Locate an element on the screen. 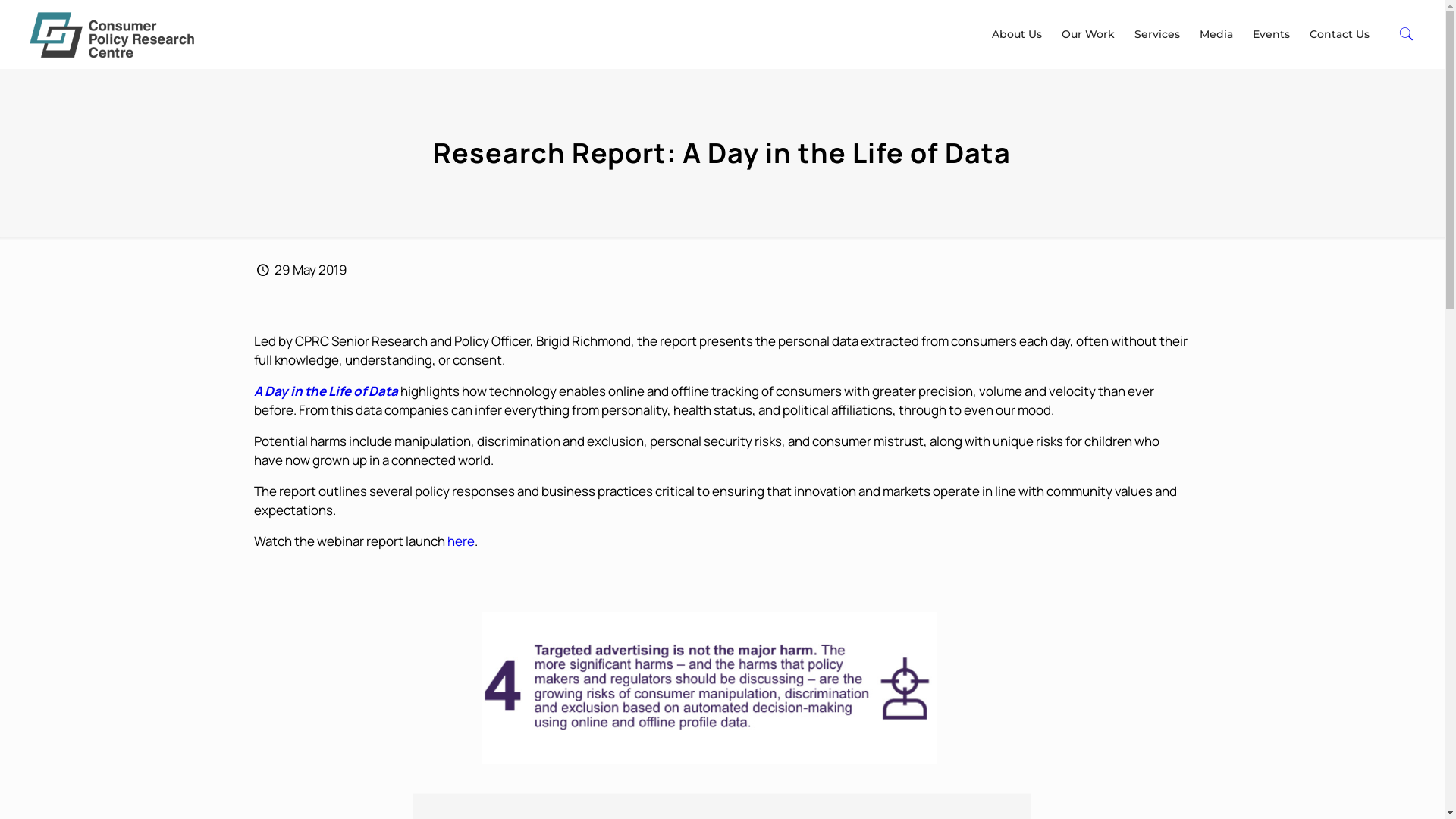 Image resolution: width=1456 pixels, height=819 pixels. 'A Day in the Life of Data' is located at coordinates (325, 390).